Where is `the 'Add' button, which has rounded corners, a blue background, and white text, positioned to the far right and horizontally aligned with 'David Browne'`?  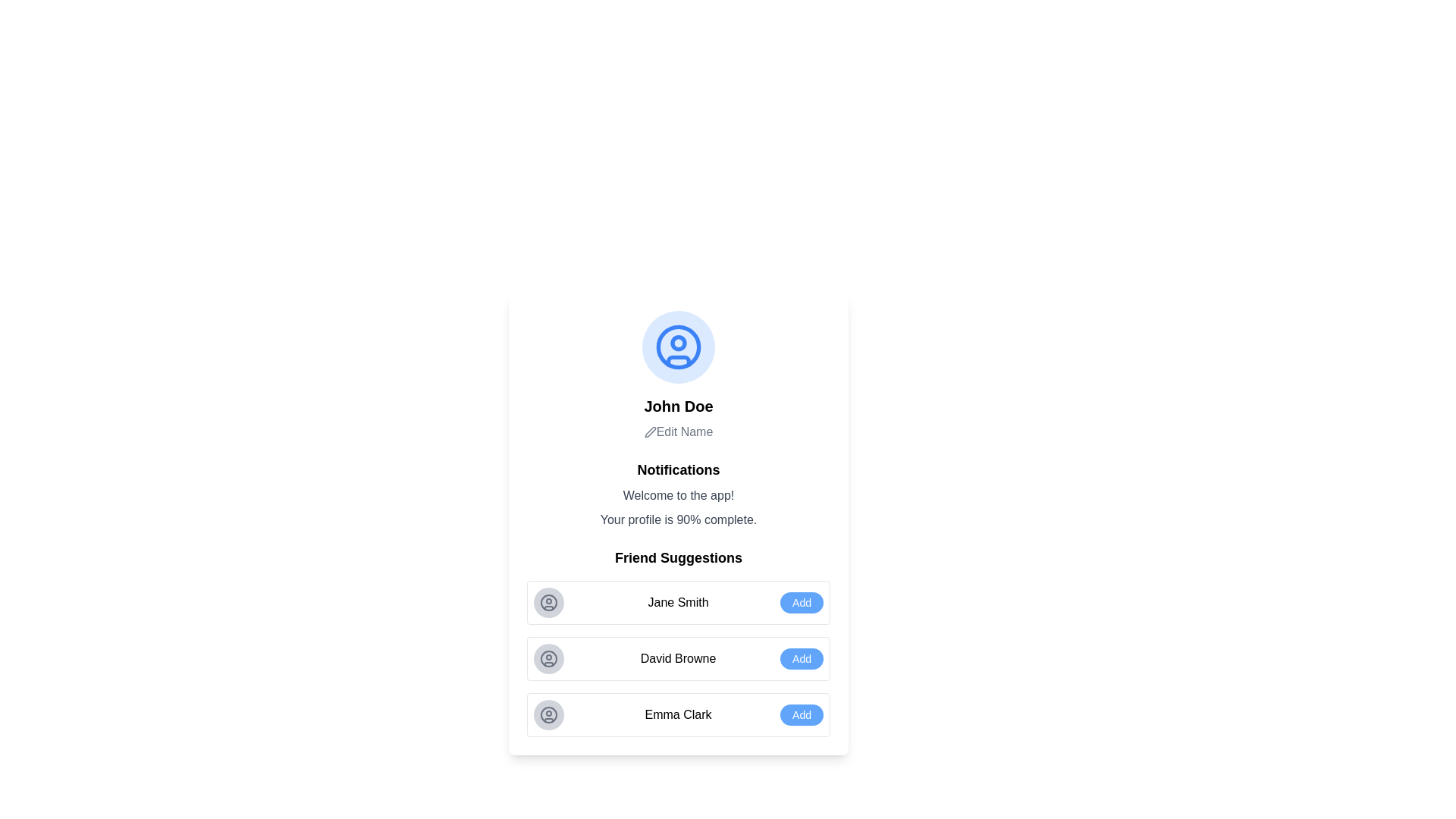
the 'Add' button, which has rounded corners, a blue background, and white text, positioned to the far right and horizontally aligned with 'David Browne' is located at coordinates (801, 657).